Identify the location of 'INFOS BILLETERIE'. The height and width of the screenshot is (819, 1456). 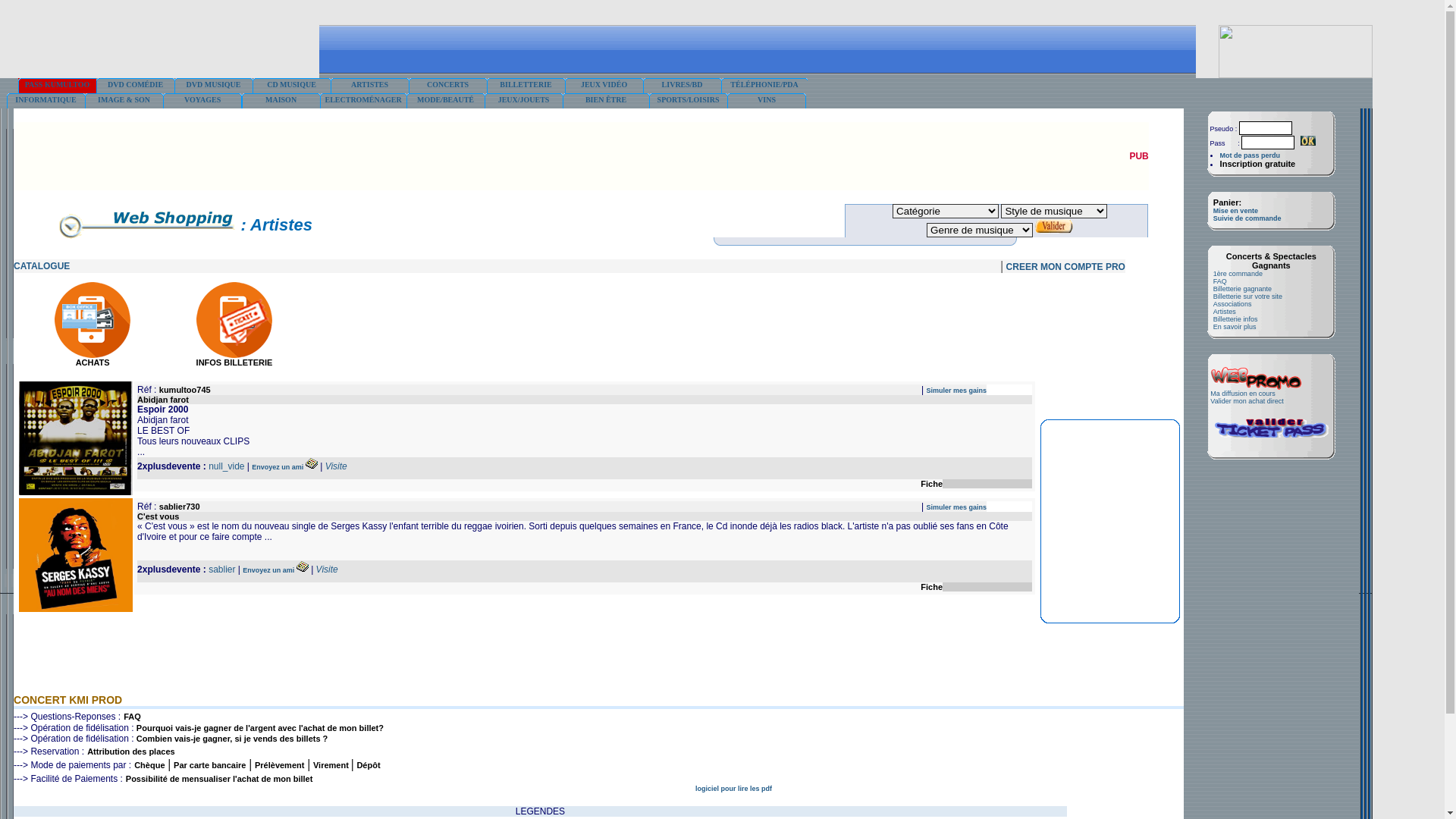
(234, 359).